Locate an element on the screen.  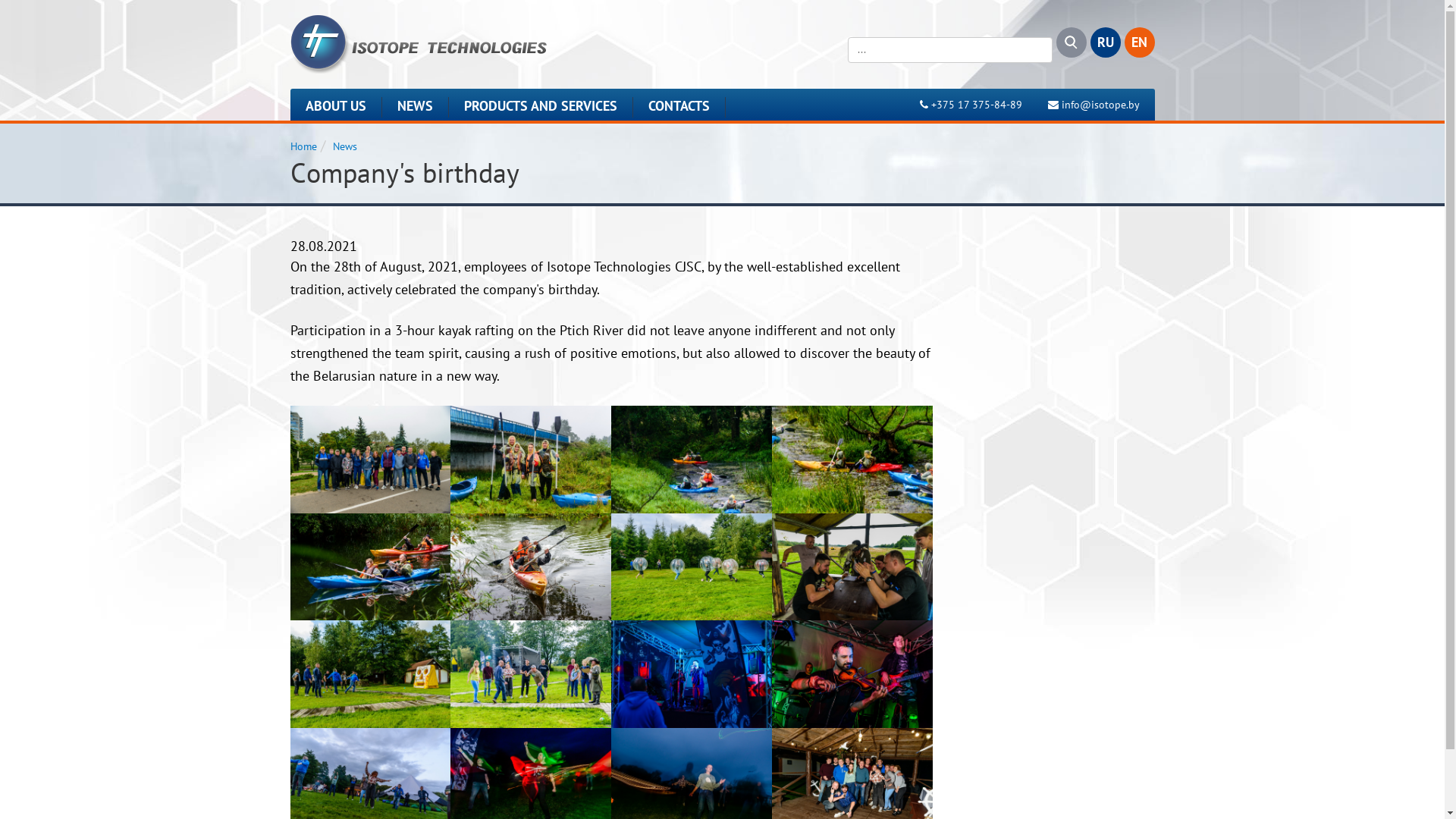
'CONTACTS' is located at coordinates (677, 106).